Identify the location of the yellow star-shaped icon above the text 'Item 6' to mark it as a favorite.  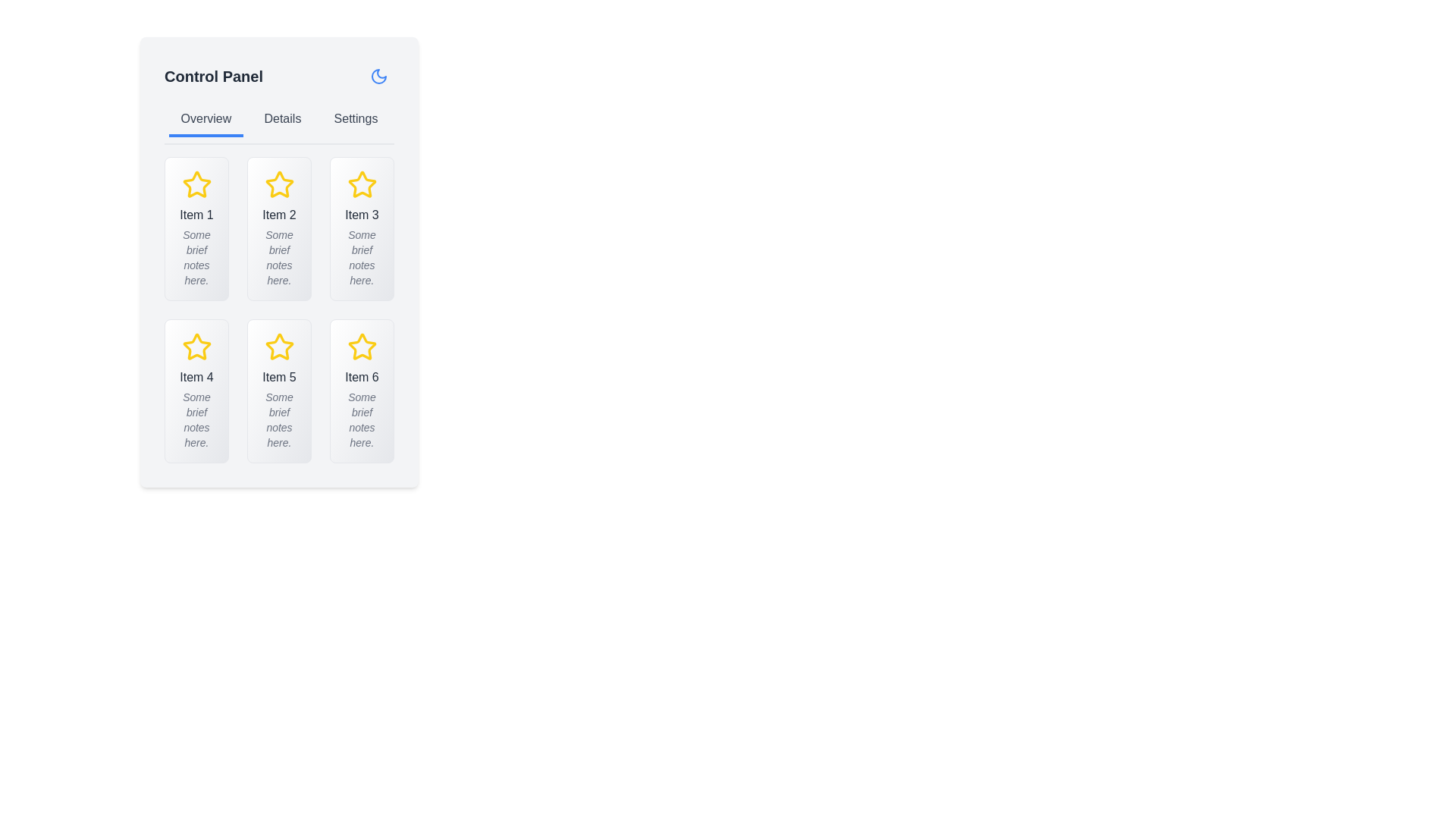
(361, 347).